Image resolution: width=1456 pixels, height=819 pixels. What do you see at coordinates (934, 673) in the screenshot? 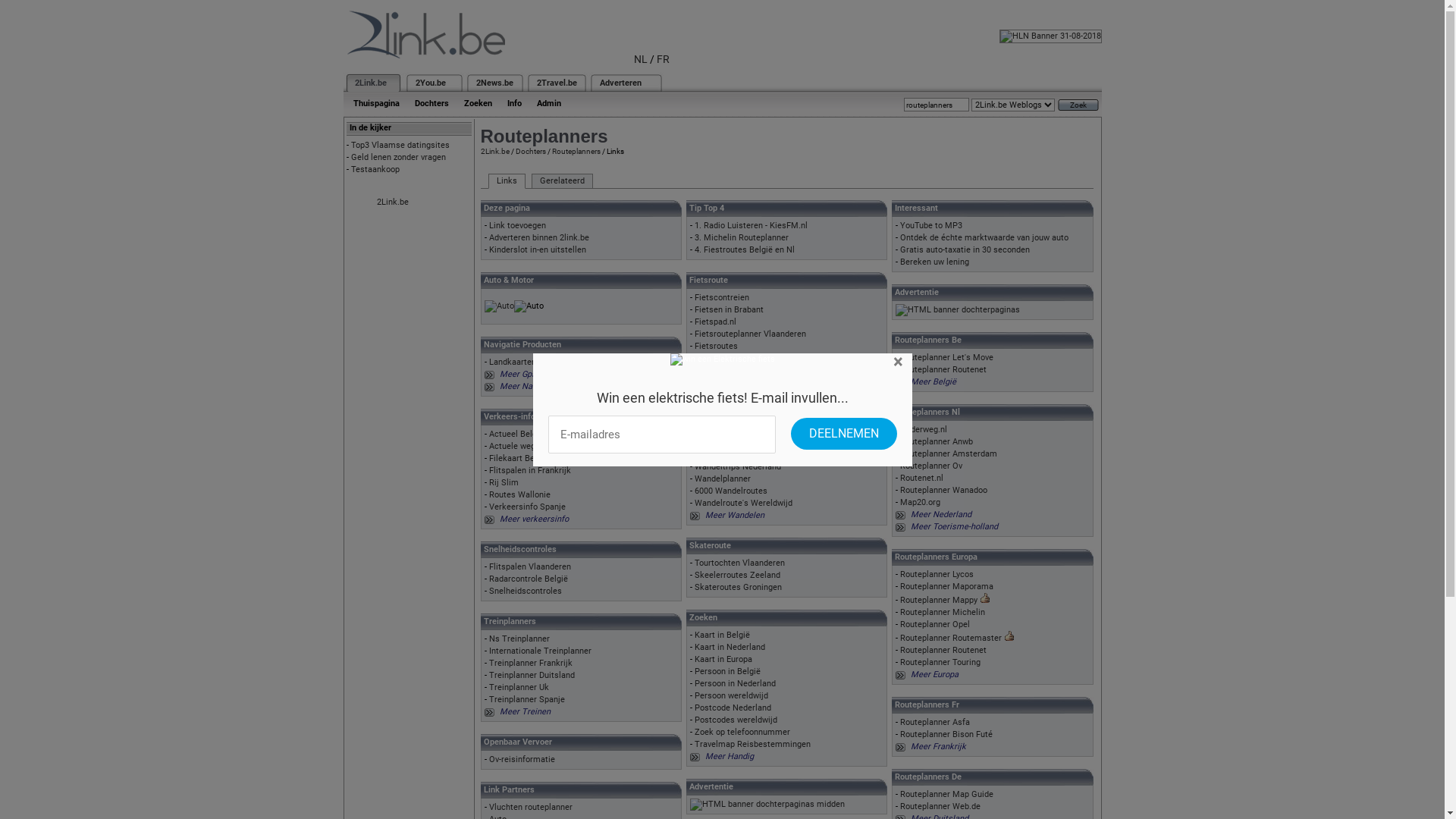
I see `'Meer Europa'` at bounding box center [934, 673].